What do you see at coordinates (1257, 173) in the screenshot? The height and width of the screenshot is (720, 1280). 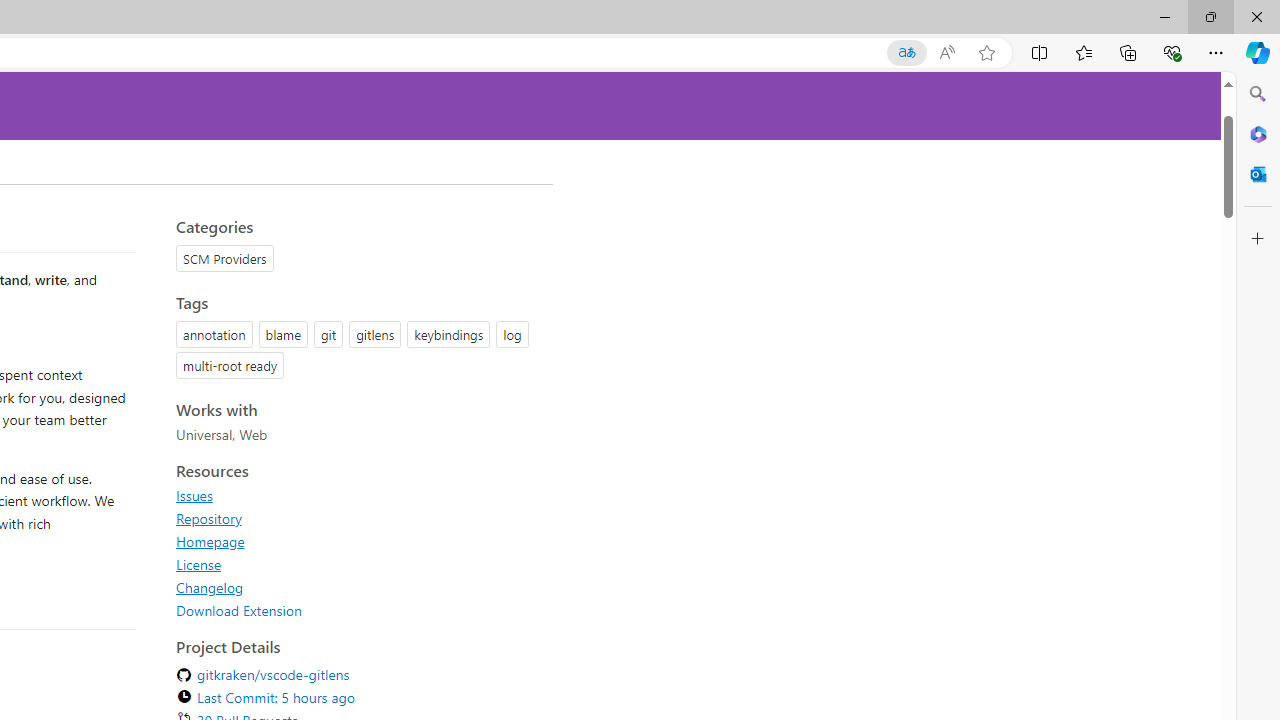 I see `'Outlook'` at bounding box center [1257, 173].